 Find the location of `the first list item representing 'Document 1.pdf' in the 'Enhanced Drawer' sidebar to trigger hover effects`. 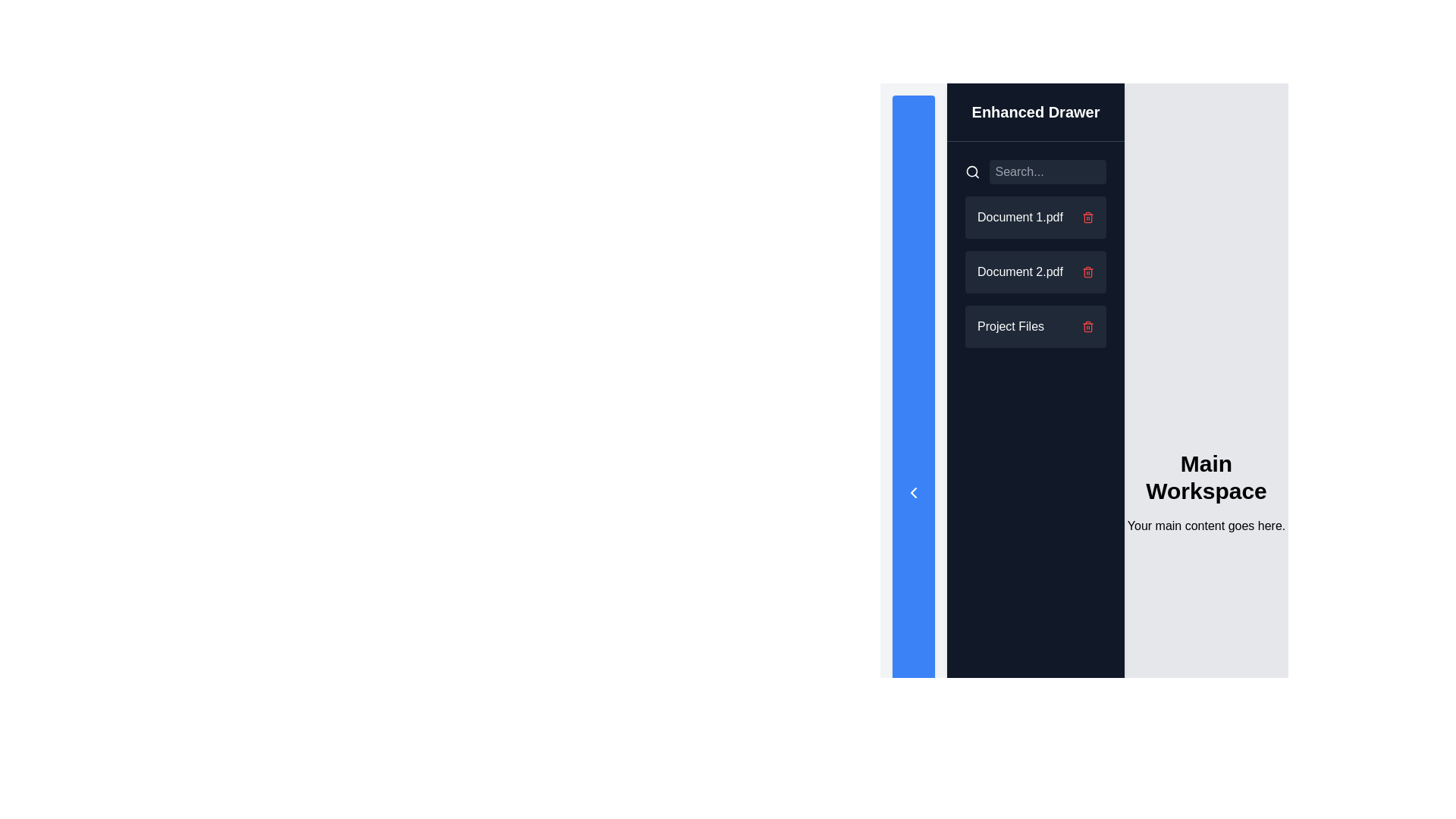

the first list item representing 'Document 1.pdf' in the 'Enhanced Drawer' sidebar to trigger hover effects is located at coordinates (1035, 217).